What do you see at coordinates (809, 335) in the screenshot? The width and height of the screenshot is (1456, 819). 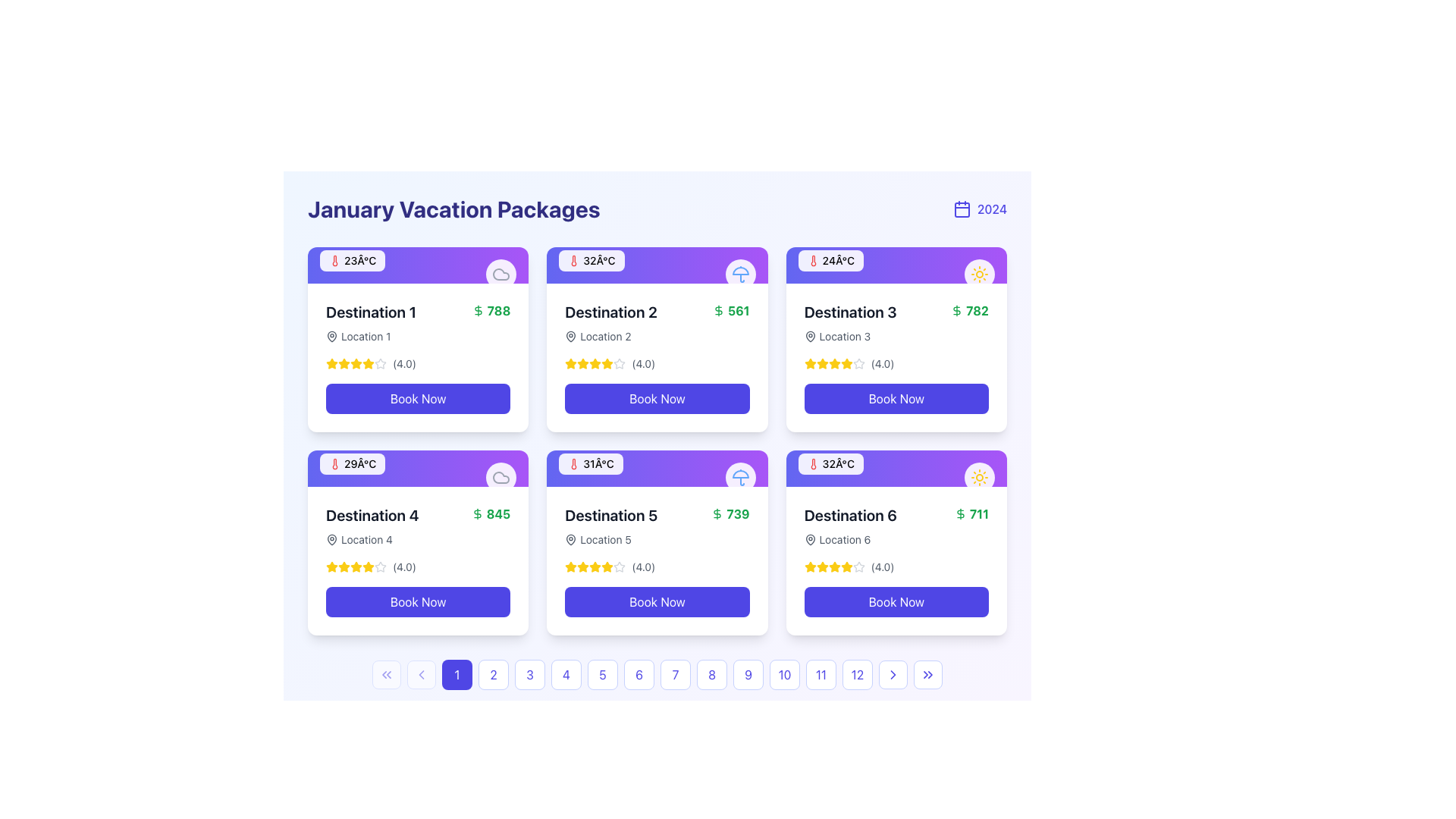 I see `map pin icon located next to the text 'Location 1' in the card titled 'Destination 1' at the top-left corner of the layout for visual context` at bounding box center [809, 335].